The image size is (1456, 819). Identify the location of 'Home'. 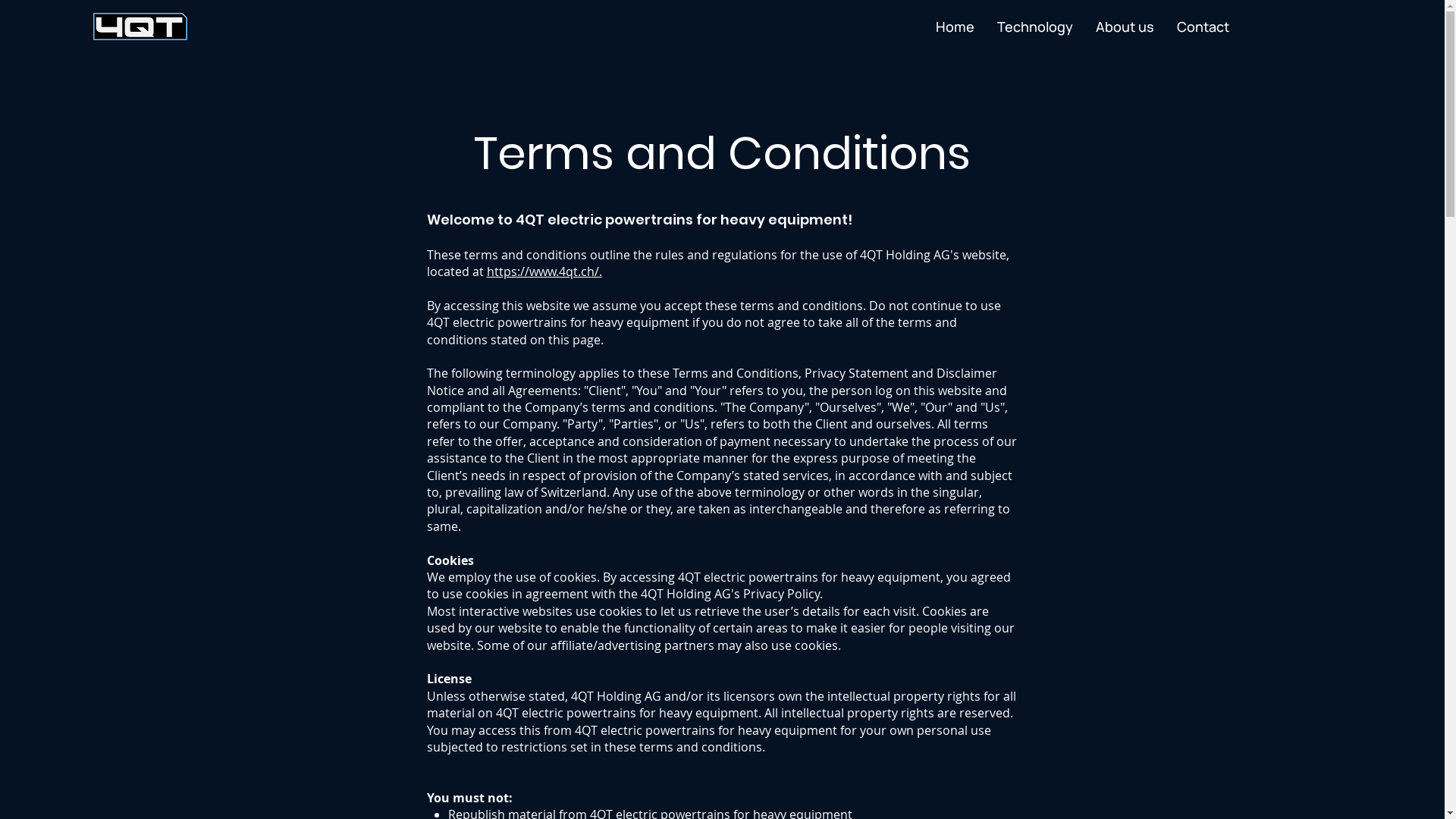
(954, 26).